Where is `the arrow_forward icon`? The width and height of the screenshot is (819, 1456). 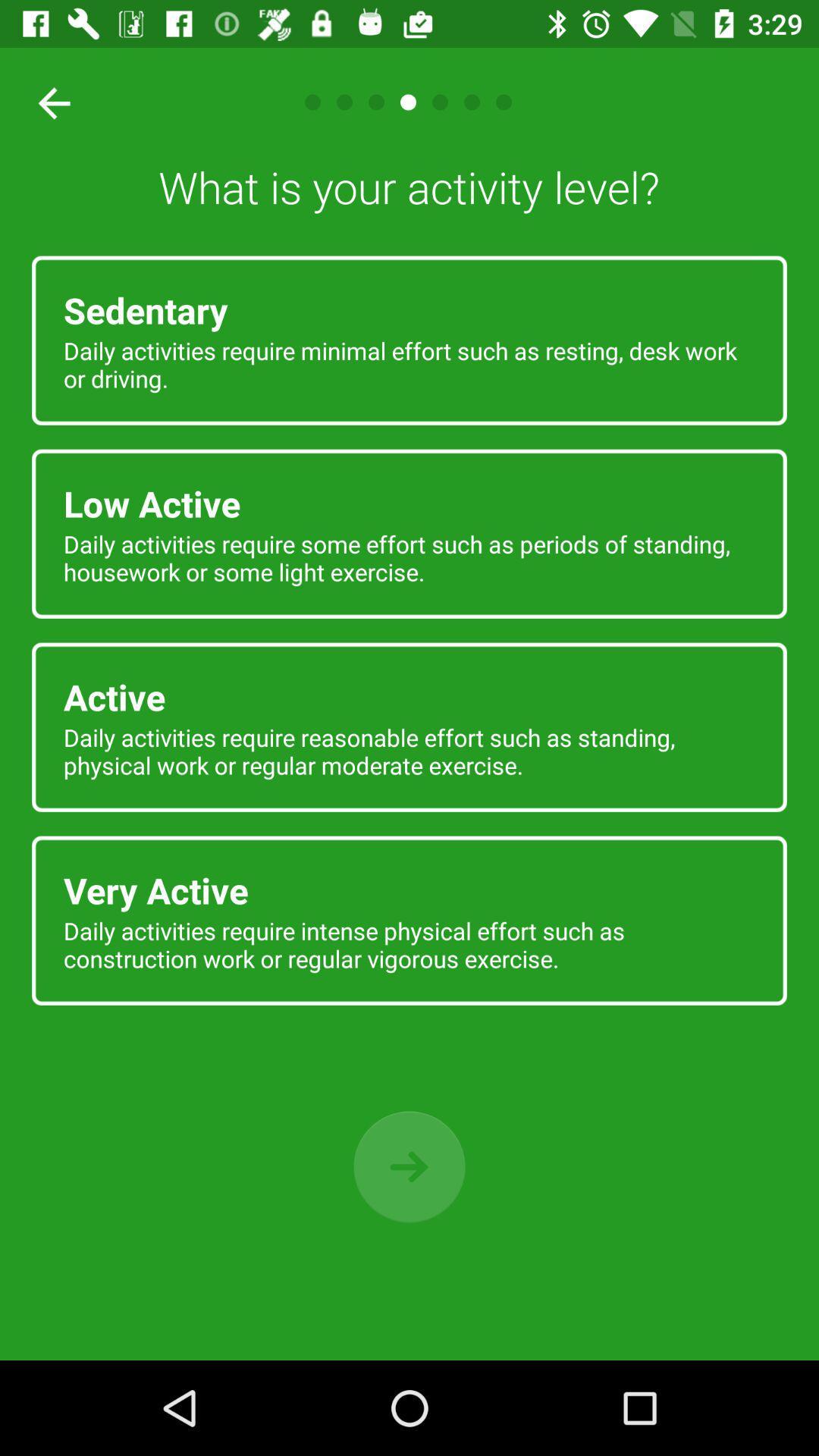 the arrow_forward icon is located at coordinates (409, 1166).